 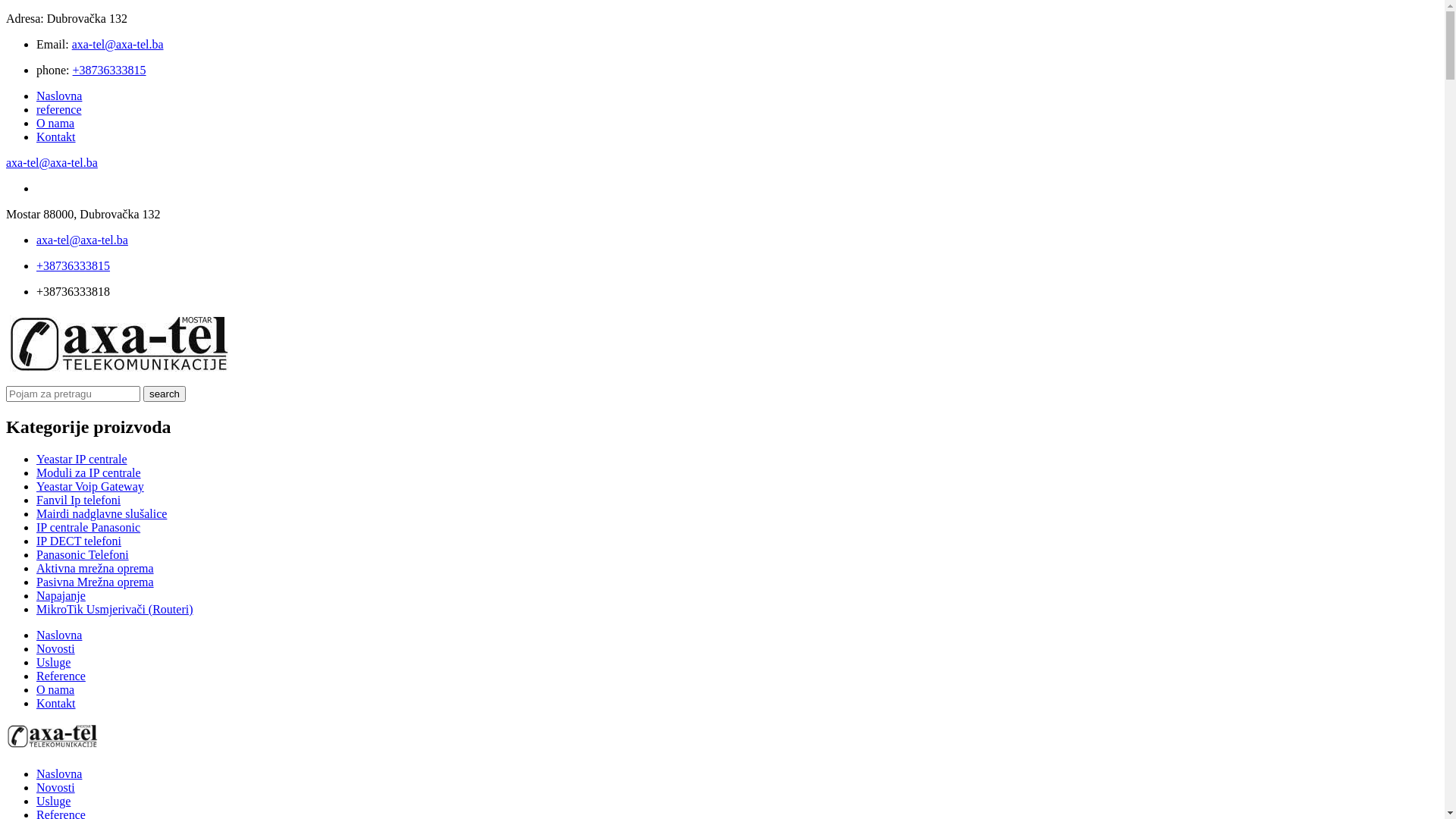 What do you see at coordinates (36, 635) in the screenshot?
I see `'Naslovna'` at bounding box center [36, 635].